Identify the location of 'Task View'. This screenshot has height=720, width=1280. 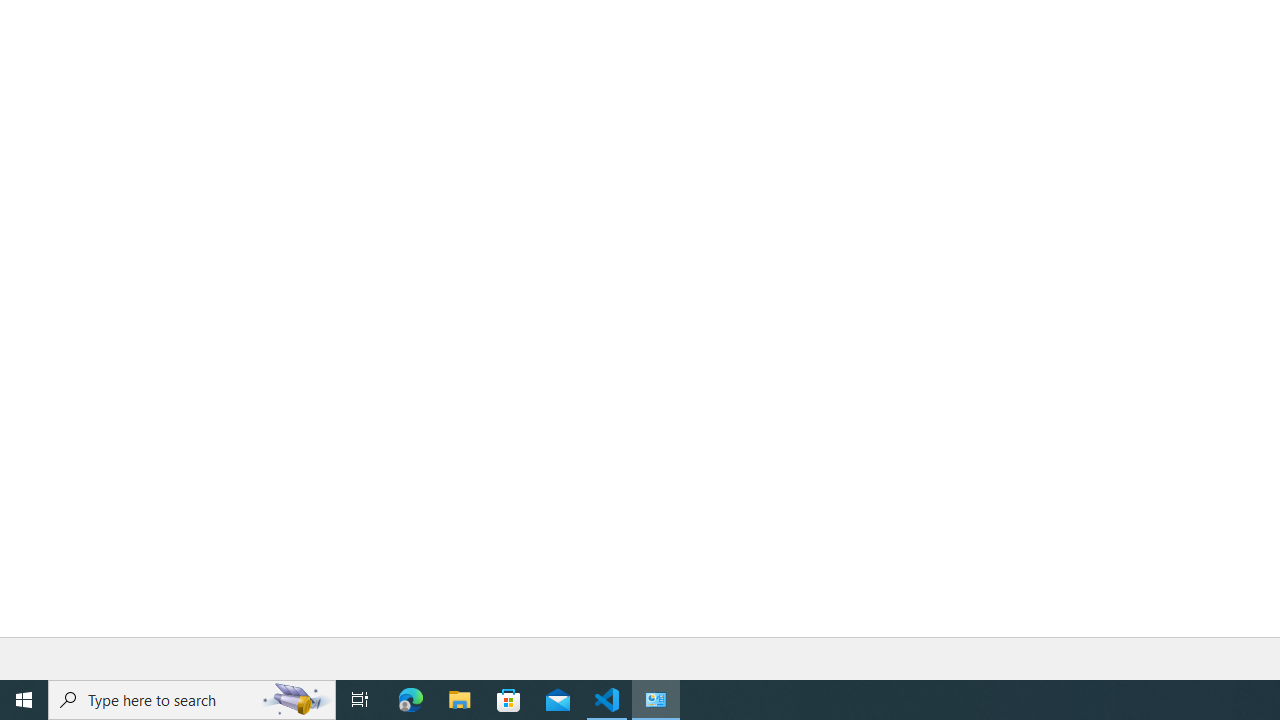
(359, 698).